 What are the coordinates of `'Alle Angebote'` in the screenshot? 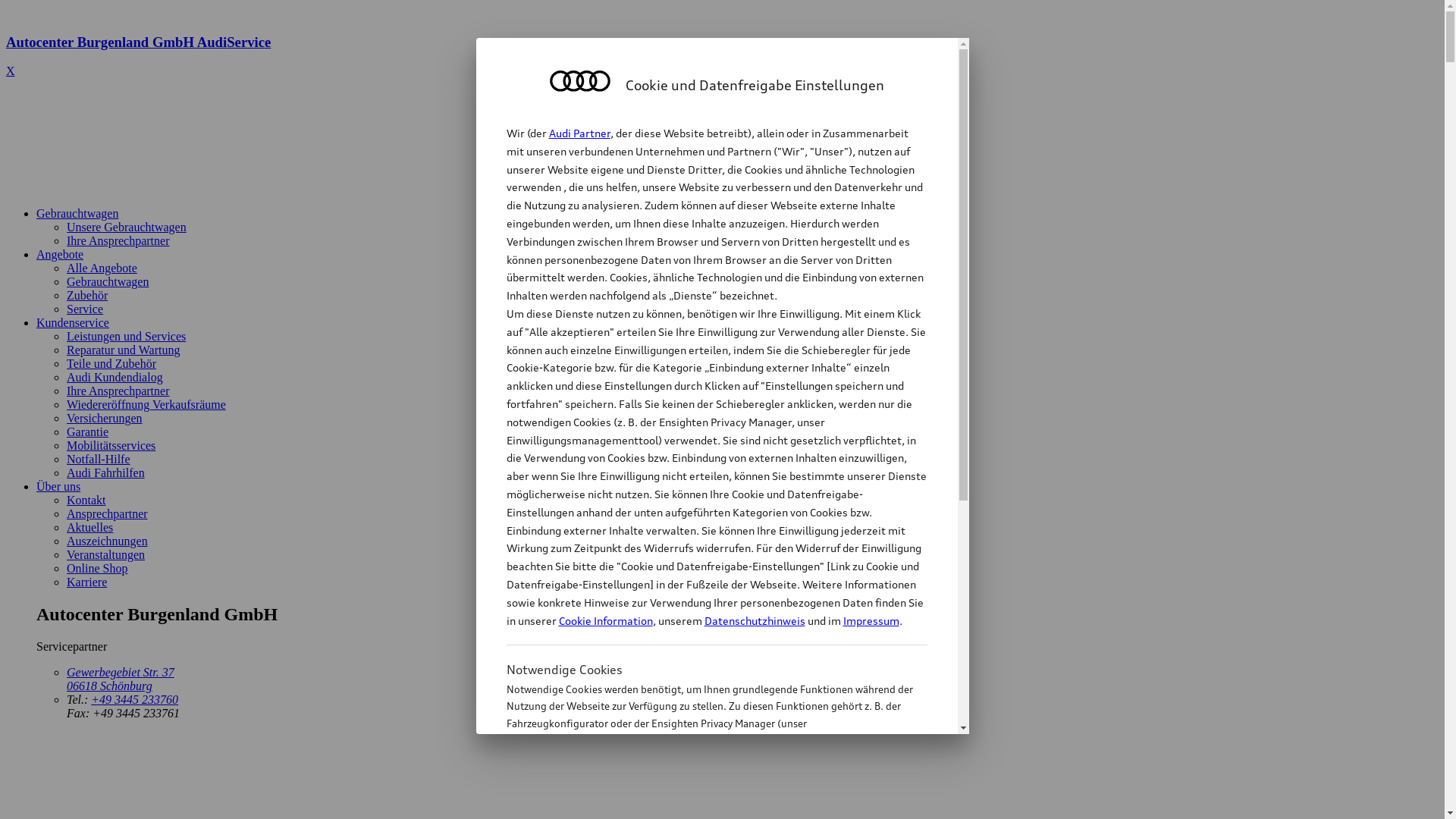 It's located at (101, 267).